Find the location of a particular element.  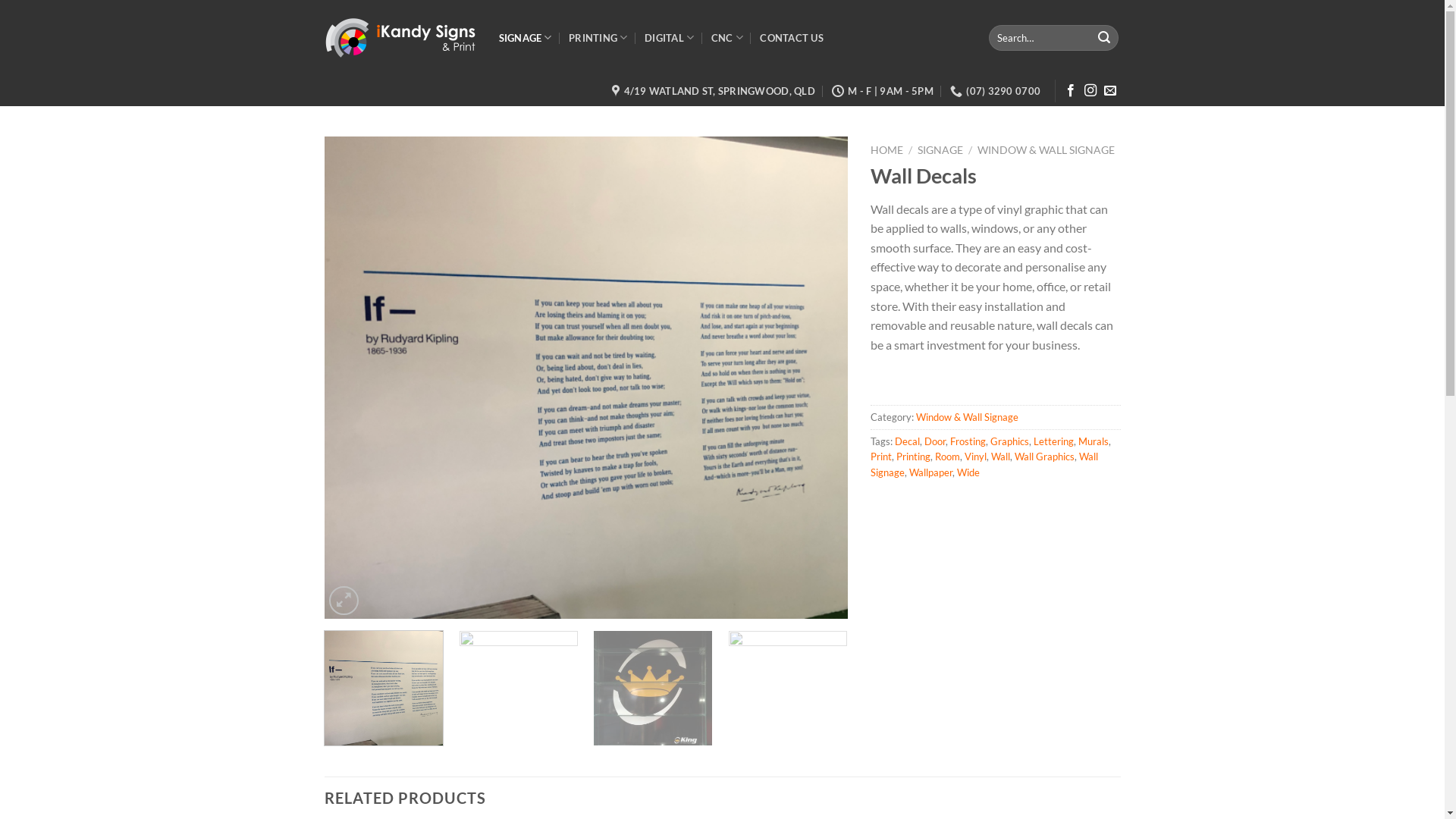

'M - F | 9AM - 5PM' is located at coordinates (882, 90).